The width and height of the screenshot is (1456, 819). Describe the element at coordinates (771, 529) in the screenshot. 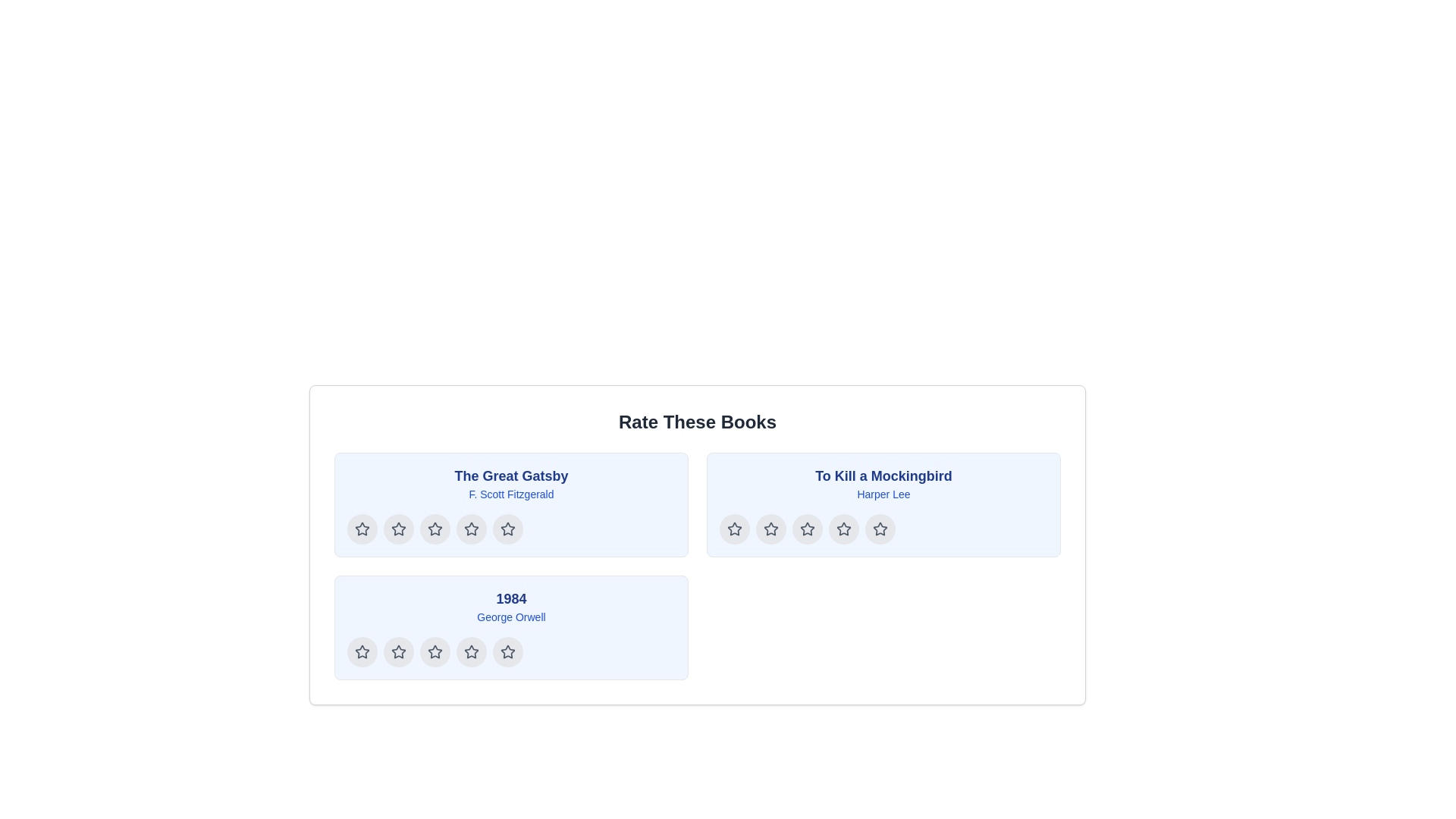

I see `the second star icon for rating below the title 'To Kill a Mockingbird' on the right card in the book ratings grid` at that location.